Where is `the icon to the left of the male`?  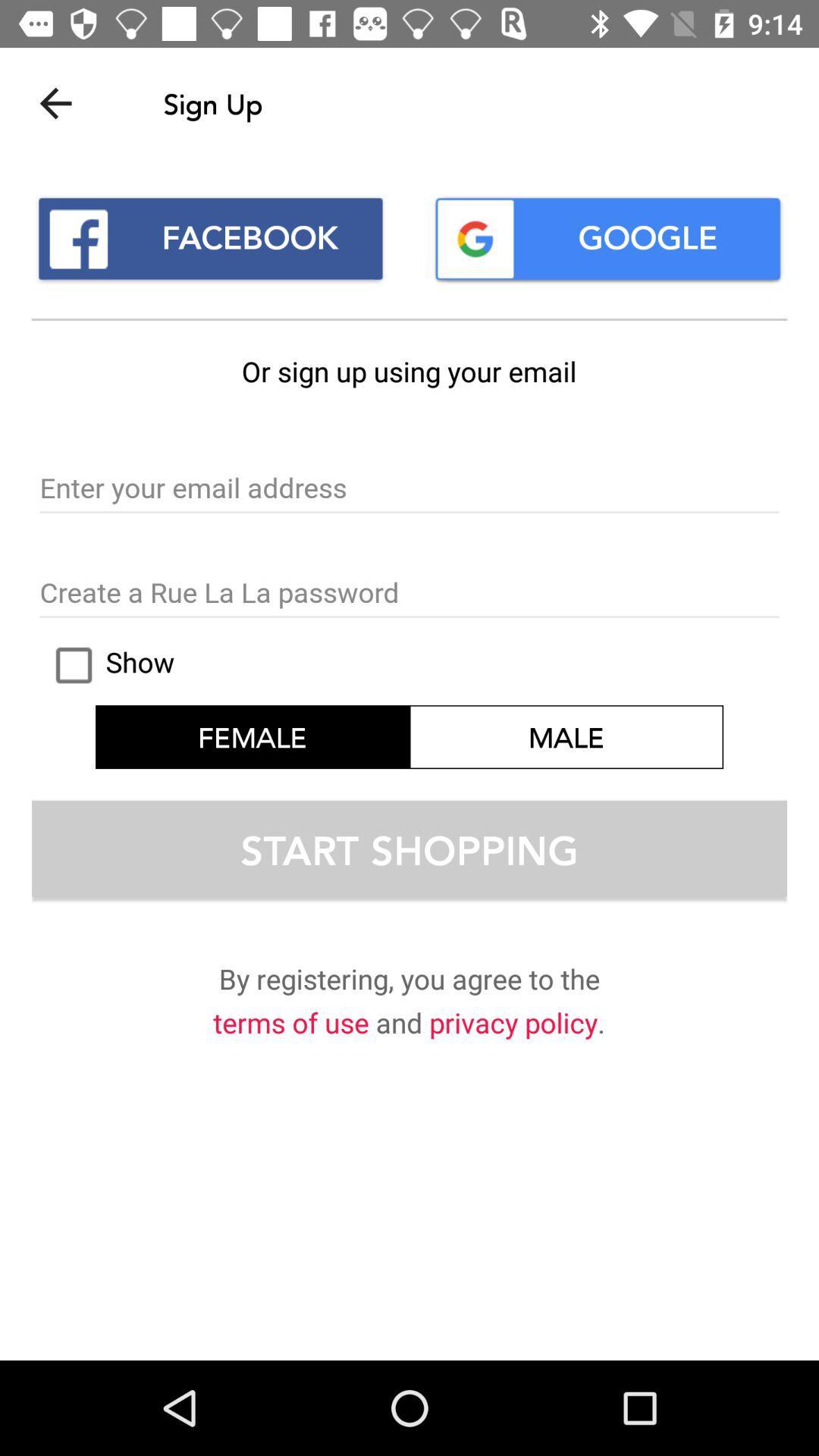 the icon to the left of the male is located at coordinates (107, 665).